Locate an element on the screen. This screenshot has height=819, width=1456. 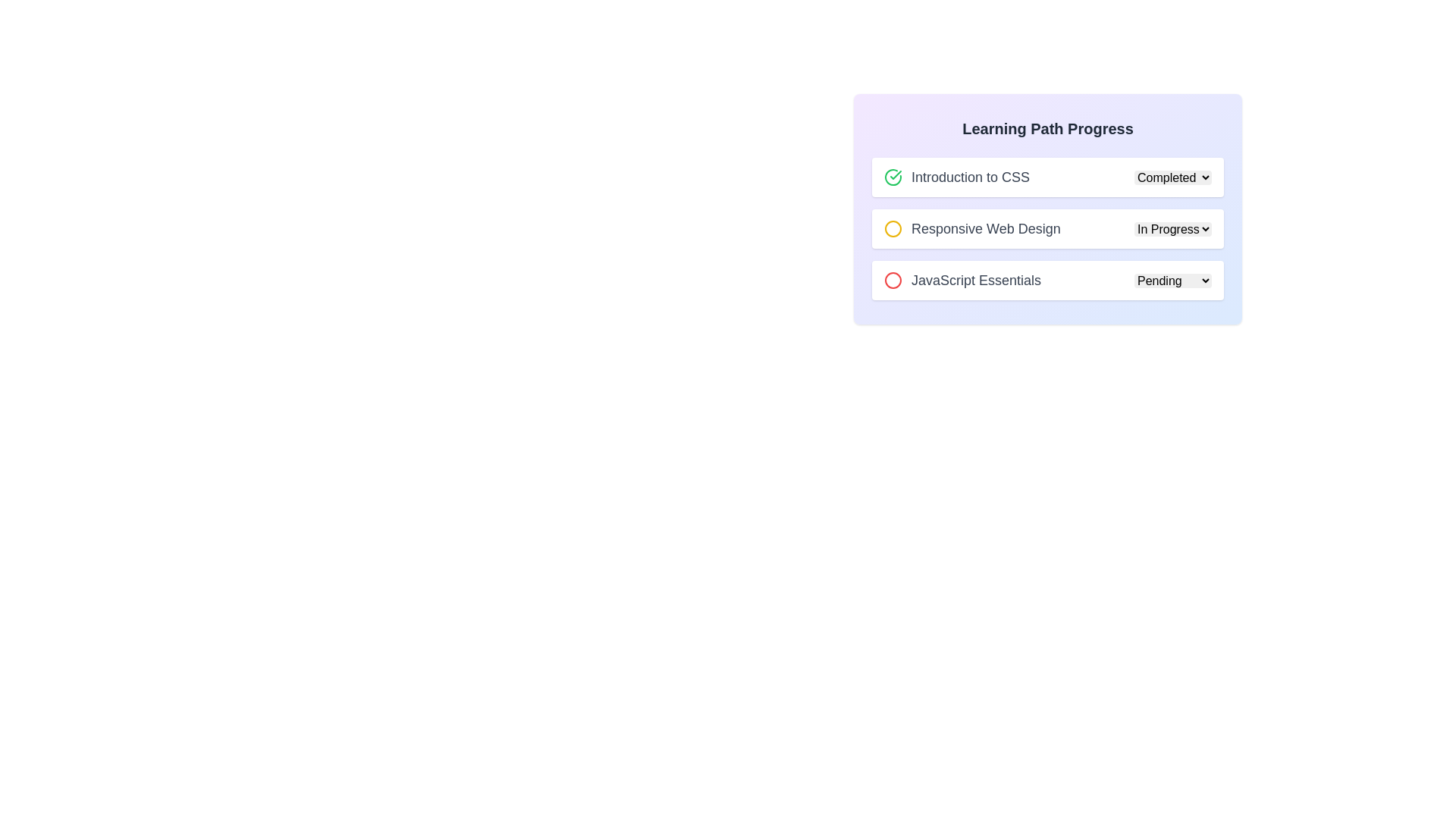
the first list item indicating the completion status of the 'Introduction to CSS' module for possible expanded view is located at coordinates (956, 177).